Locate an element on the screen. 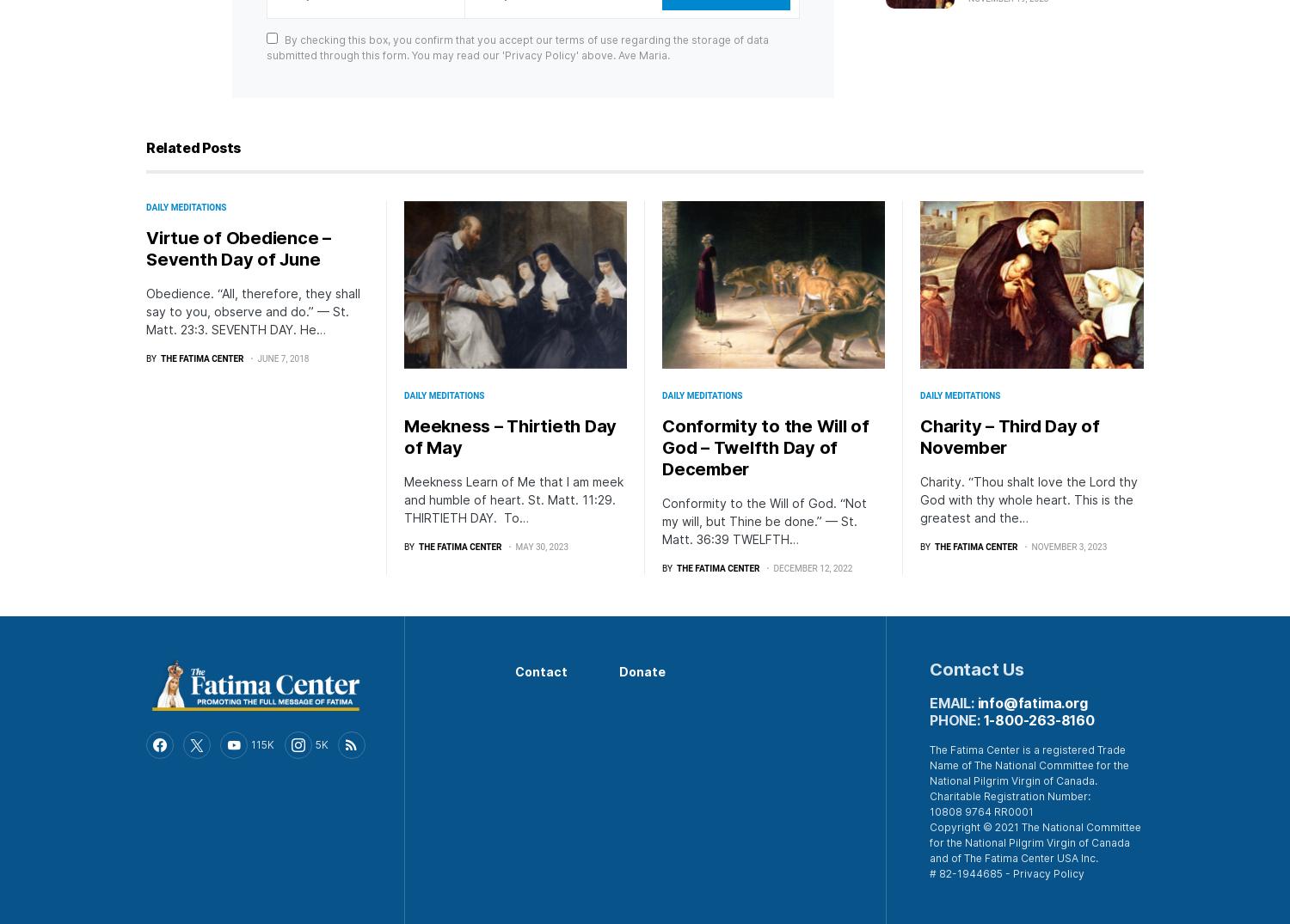  'Obedience. “All, therefore, they shall say to you, observe and do.” — St. Matt. 23:3. SEVENTH DAY. He…' is located at coordinates (253, 311).